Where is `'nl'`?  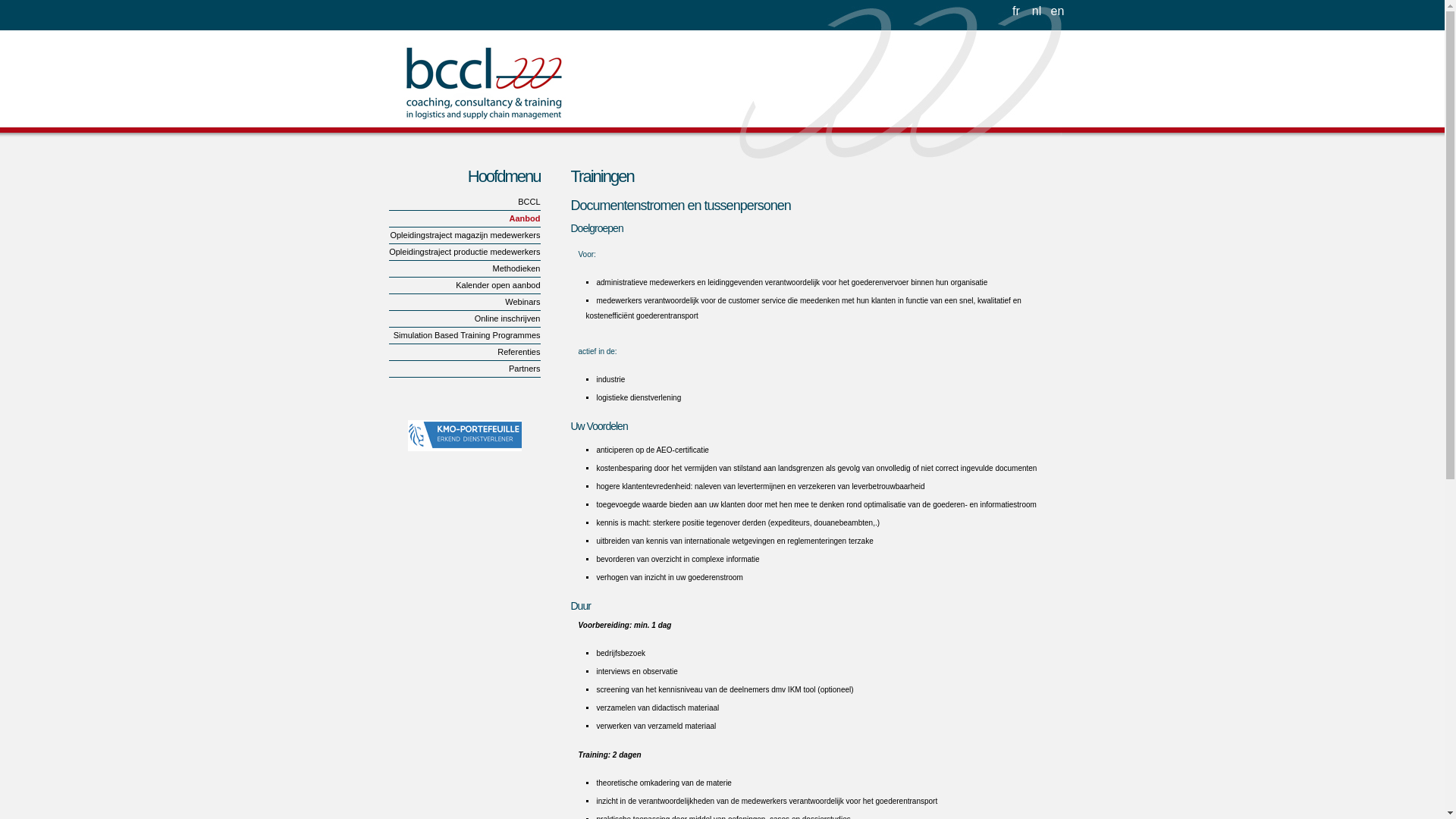
'nl' is located at coordinates (1035, 9).